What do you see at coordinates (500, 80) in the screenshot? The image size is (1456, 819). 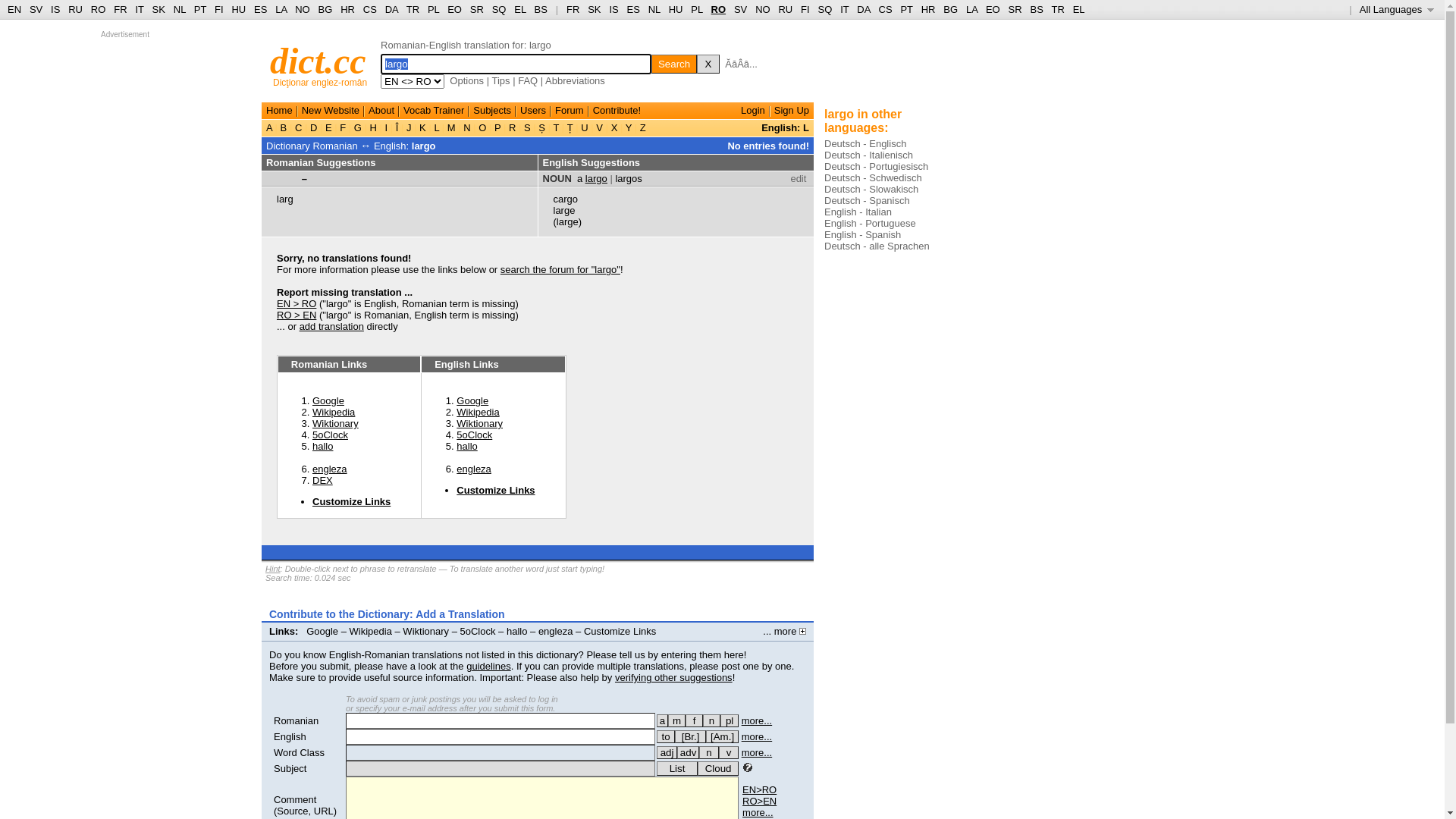 I see `'Tips'` at bounding box center [500, 80].